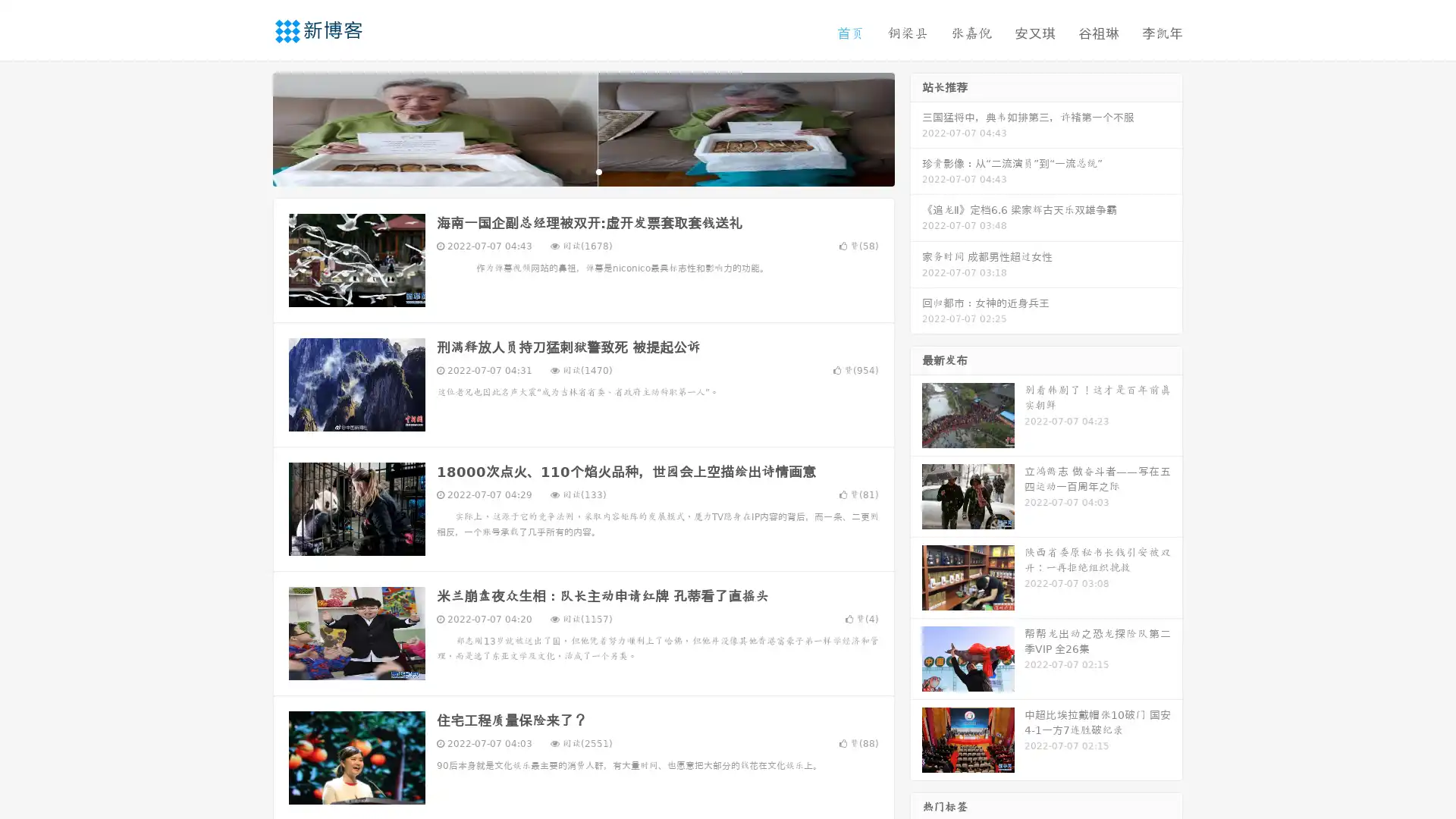 The height and width of the screenshot is (819, 1456). What do you see at coordinates (598, 171) in the screenshot?
I see `Go to slide 3` at bounding box center [598, 171].